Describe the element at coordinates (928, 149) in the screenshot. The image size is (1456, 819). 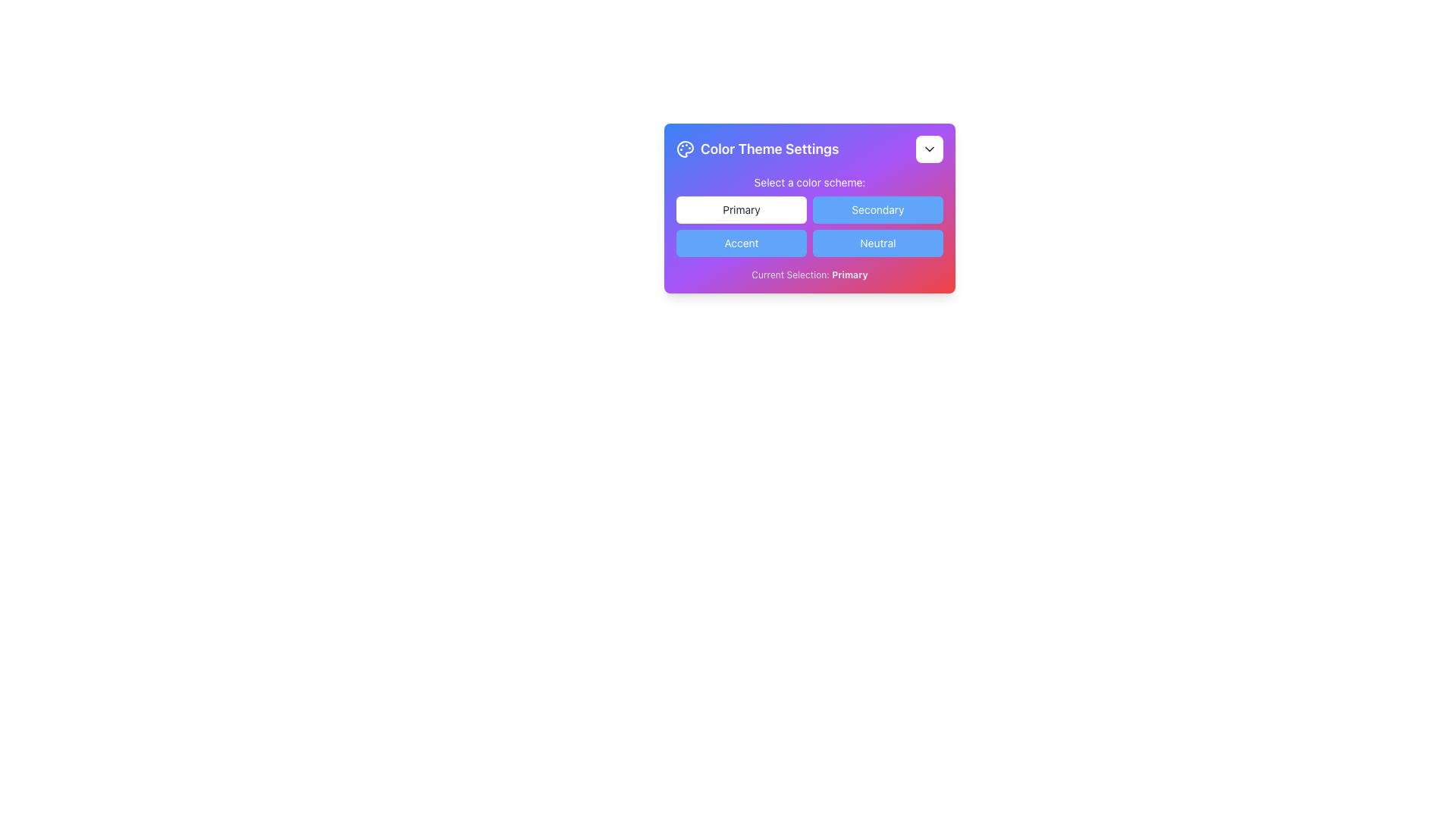
I see `the Chevron Down SVG Icon located in the top-right corner of the 'Color Theme Settings' modal` at that location.